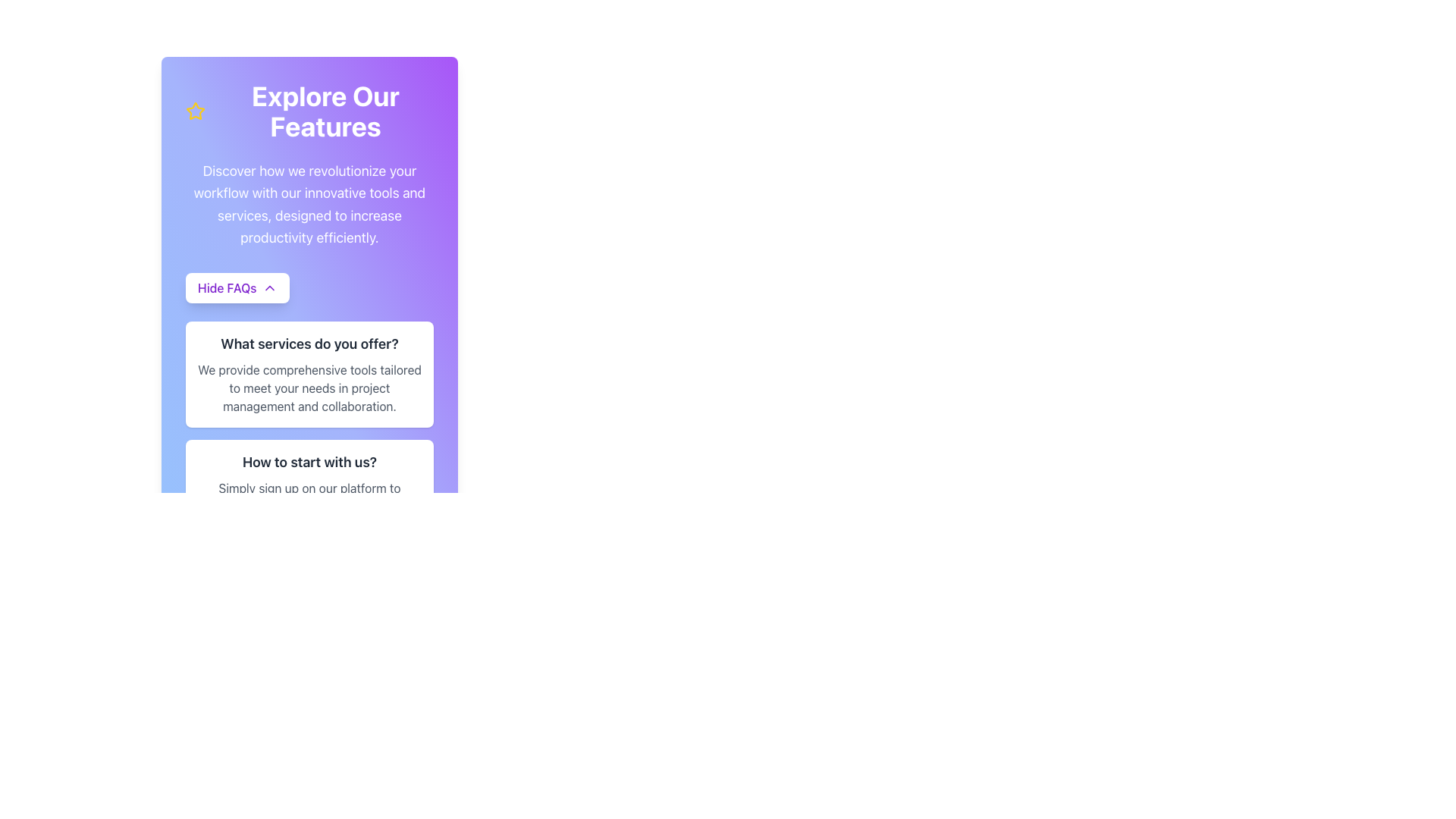 This screenshot has height=819, width=1456. Describe the element at coordinates (309, 388) in the screenshot. I see `the Text block that provides details about project management and collaboration tools, located below the title 'What services do you offer?'` at that location.